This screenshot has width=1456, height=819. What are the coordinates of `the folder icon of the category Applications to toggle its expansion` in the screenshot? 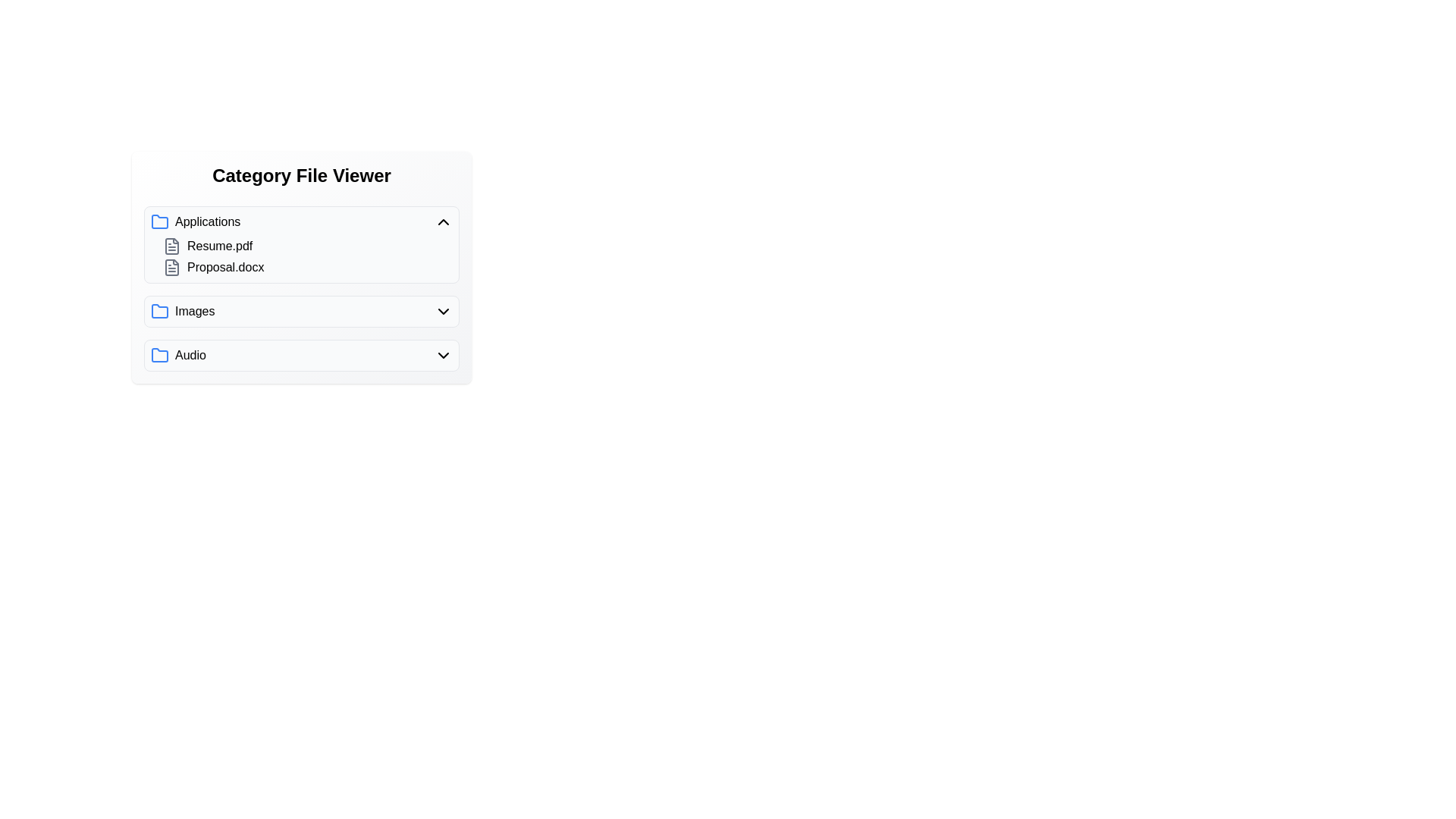 It's located at (160, 222).